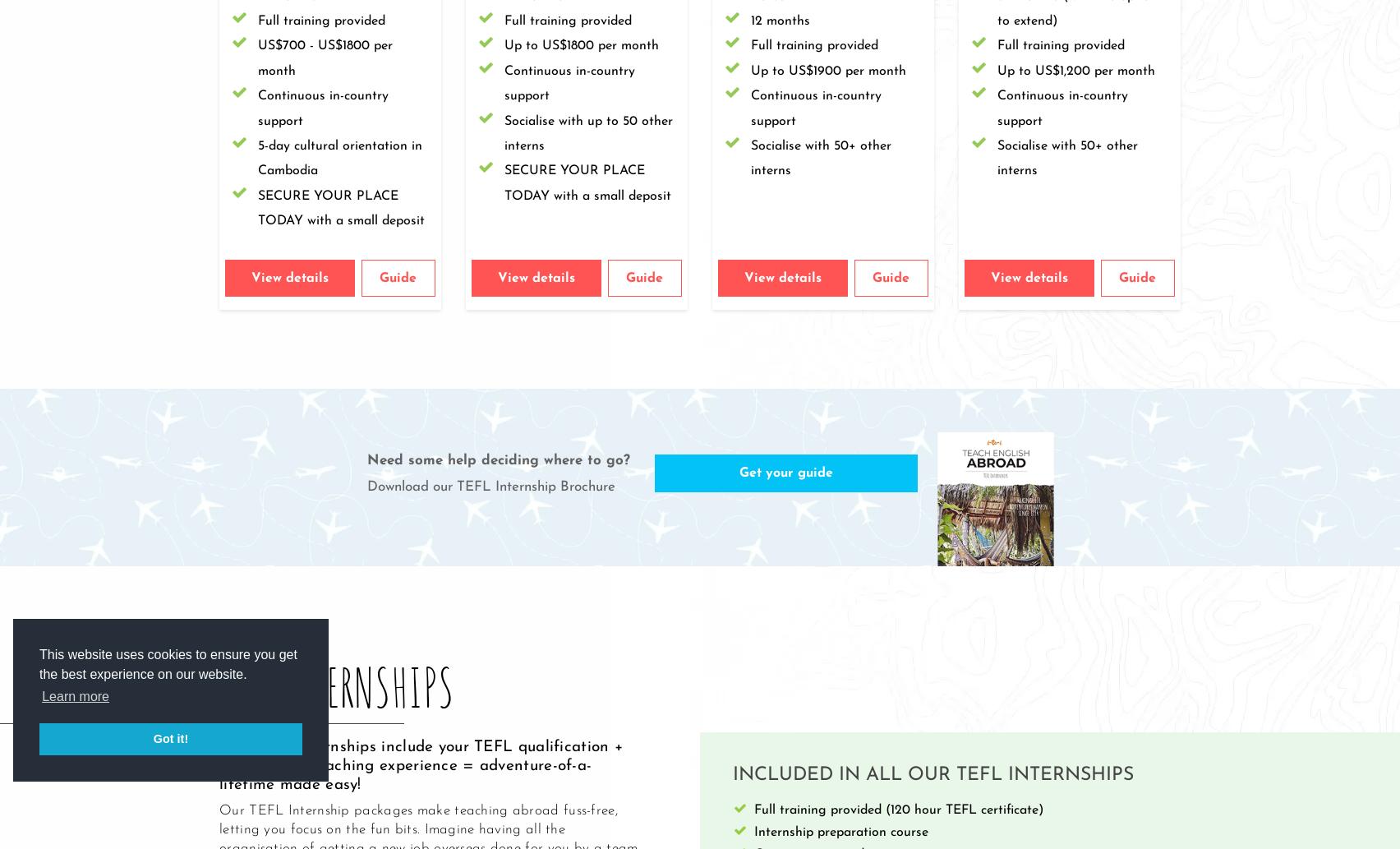 The height and width of the screenshot is (849, 1400). Describe the element at coordinates (339, 157) in the screenshot. I see `'5-day cultural orientation in Cambodia'` at that location.